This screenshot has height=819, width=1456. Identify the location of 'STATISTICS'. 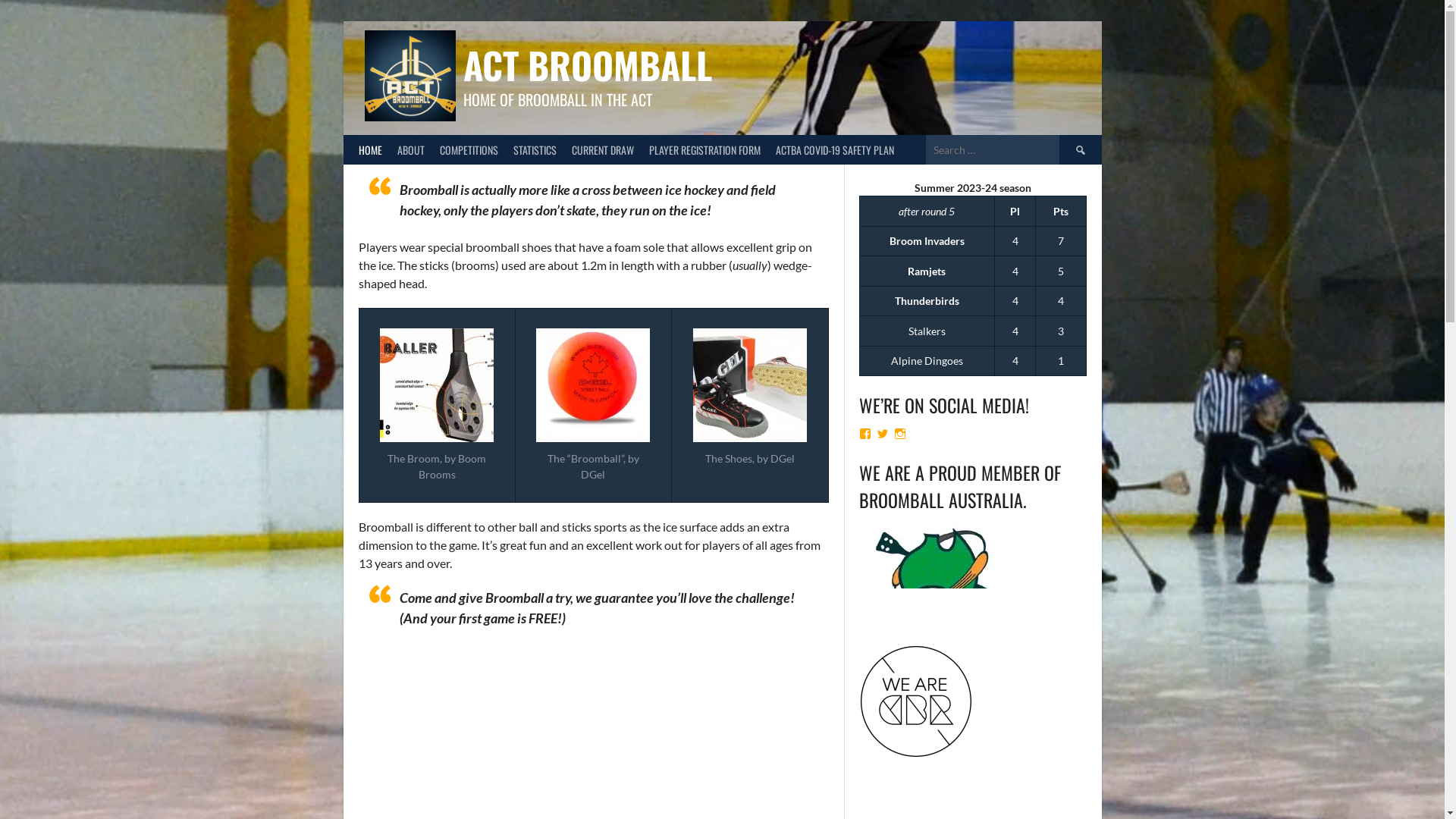
(505, 149).